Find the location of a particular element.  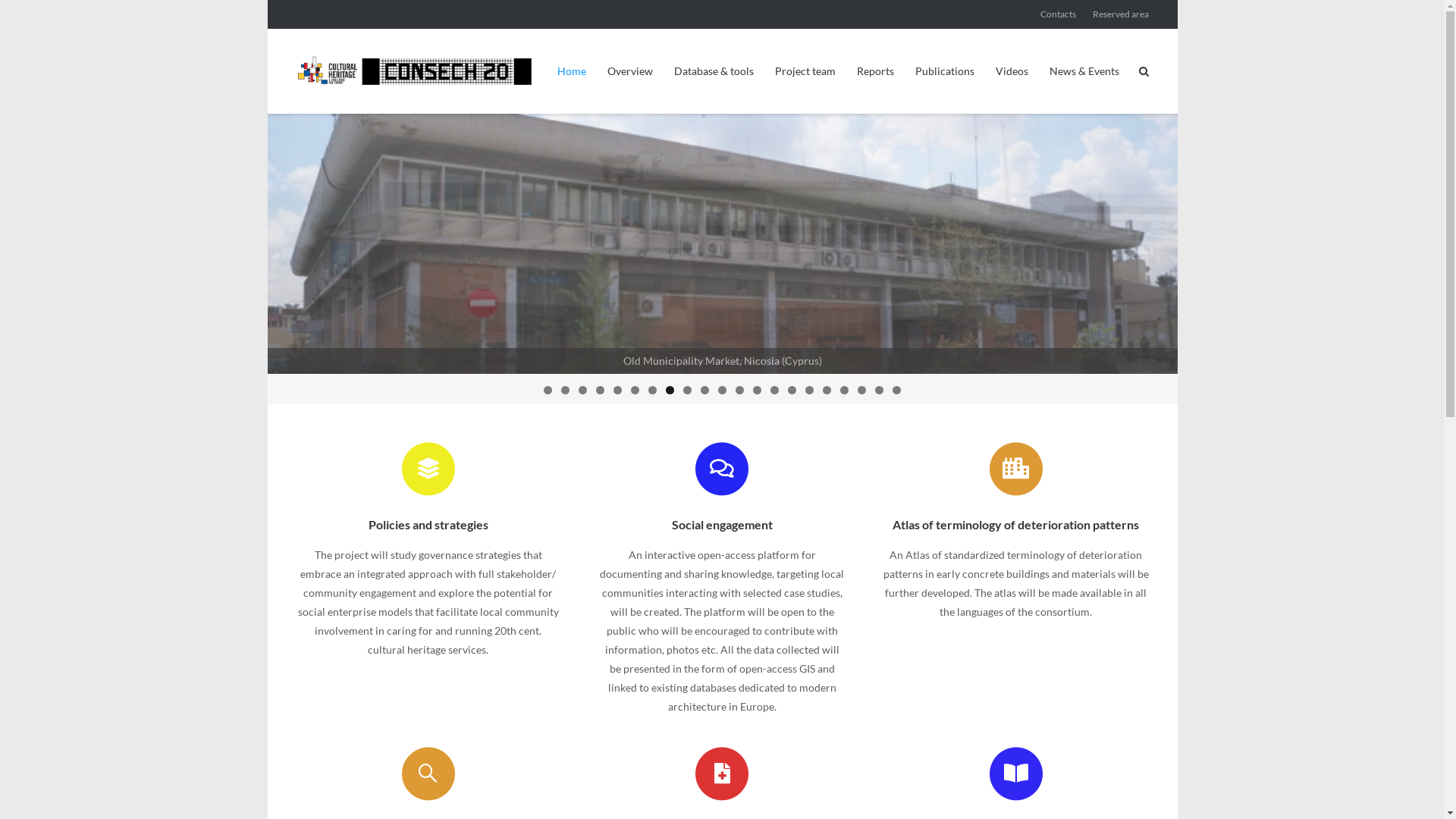

'11' is located at coordinates (721, 389).